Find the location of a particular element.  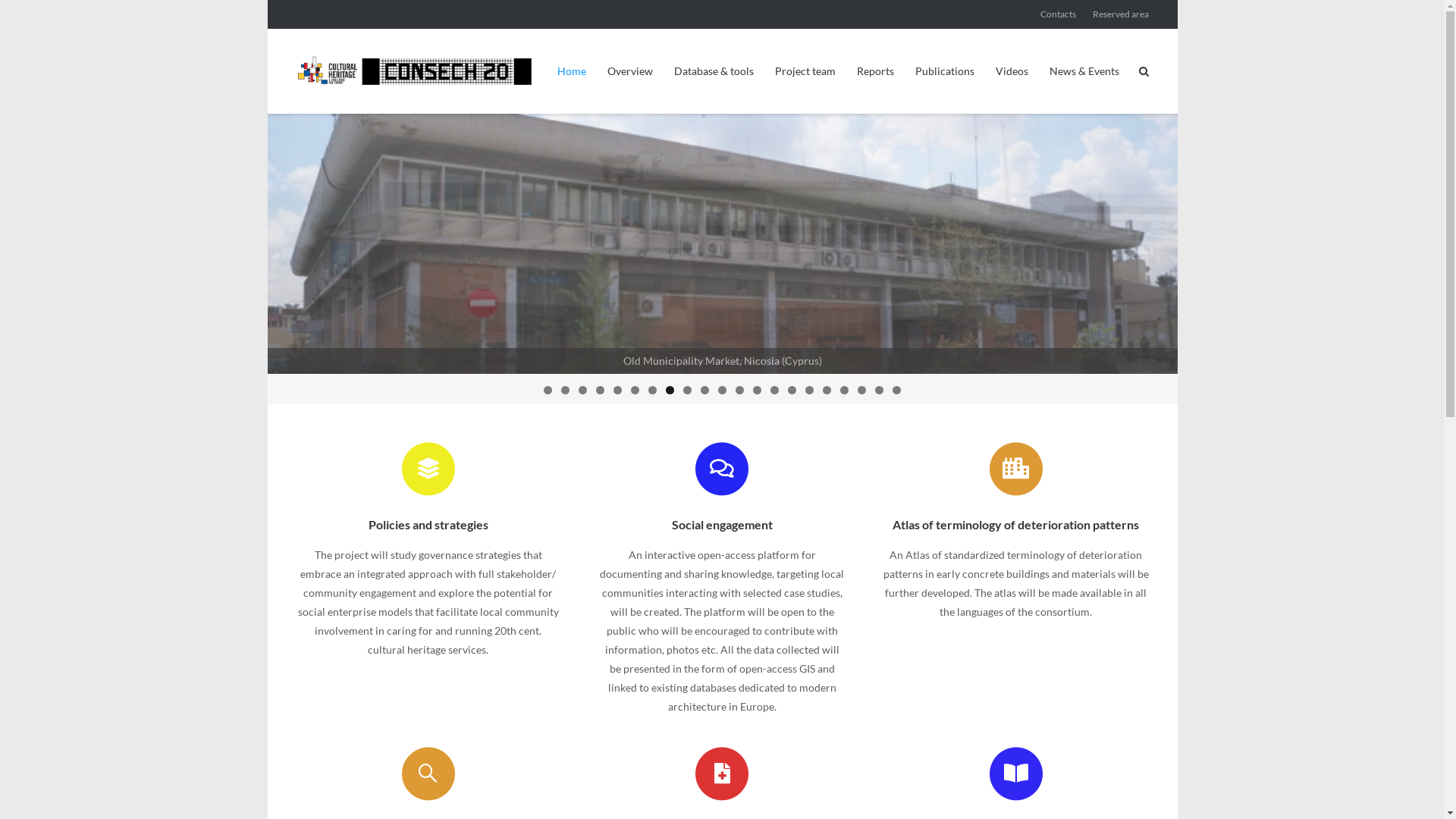

'11' is located at coordinates (721, 389).